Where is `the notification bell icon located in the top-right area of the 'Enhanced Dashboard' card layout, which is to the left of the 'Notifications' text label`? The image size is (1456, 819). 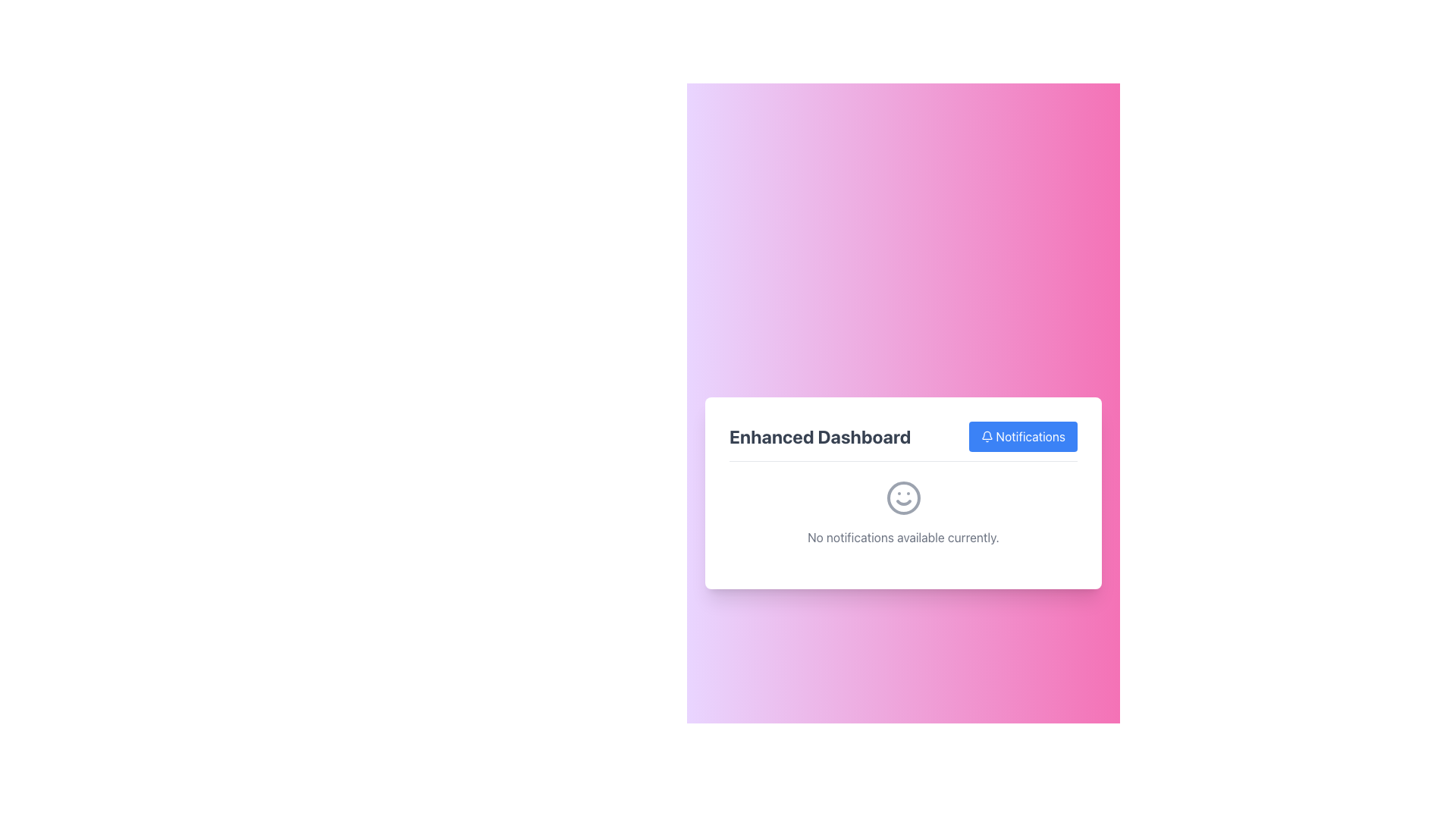 the notification bell icon located in the top-right area of the 'Enhanced Dashboard' card layout, which is to the left of the 'Notifications' text label is located at coordinates (987, 436).